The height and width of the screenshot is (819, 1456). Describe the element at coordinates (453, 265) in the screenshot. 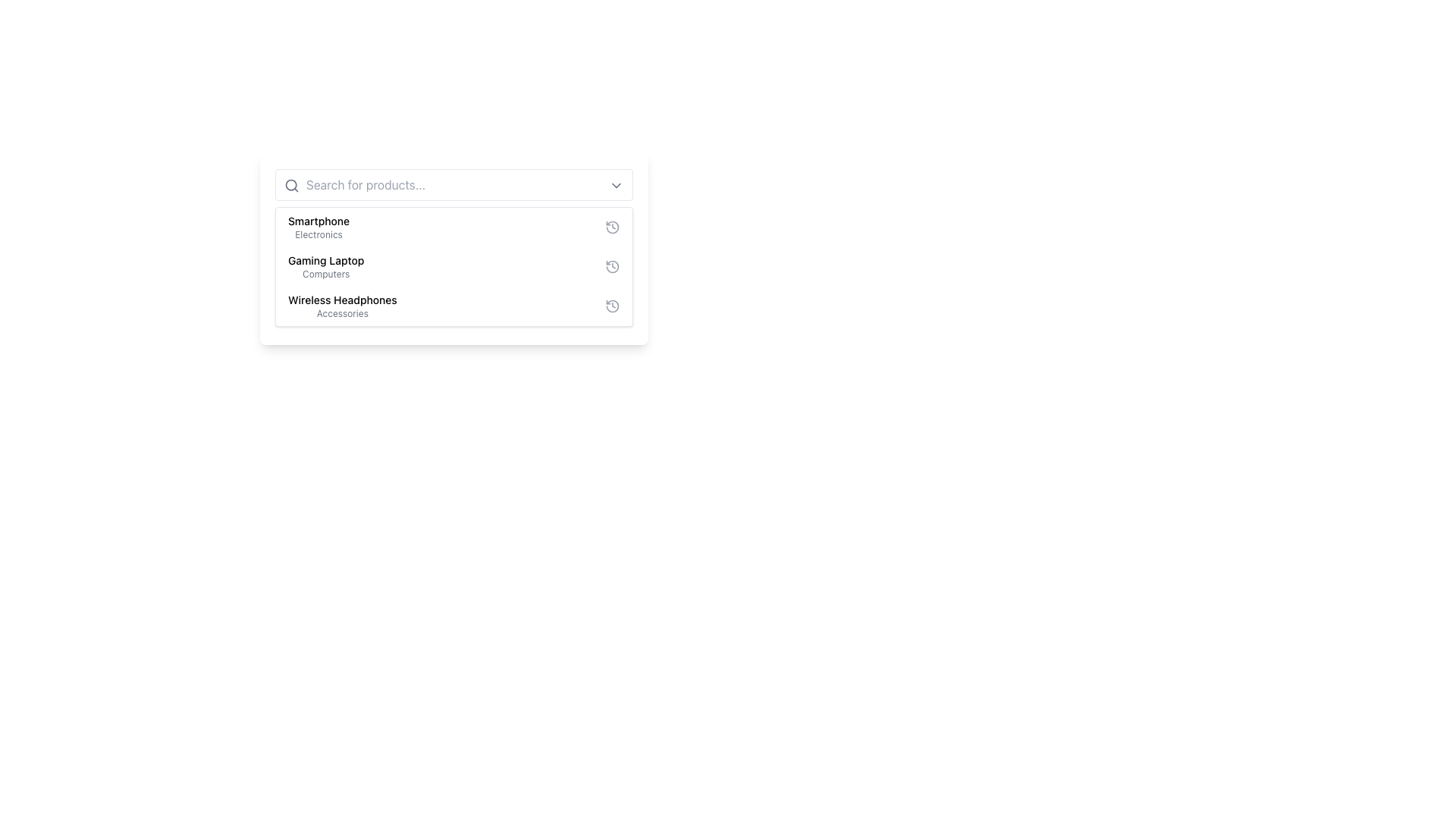

I see `the middle list entry, which has a white background, rounded corners, and contains a bold title with a subtitle` at that location.